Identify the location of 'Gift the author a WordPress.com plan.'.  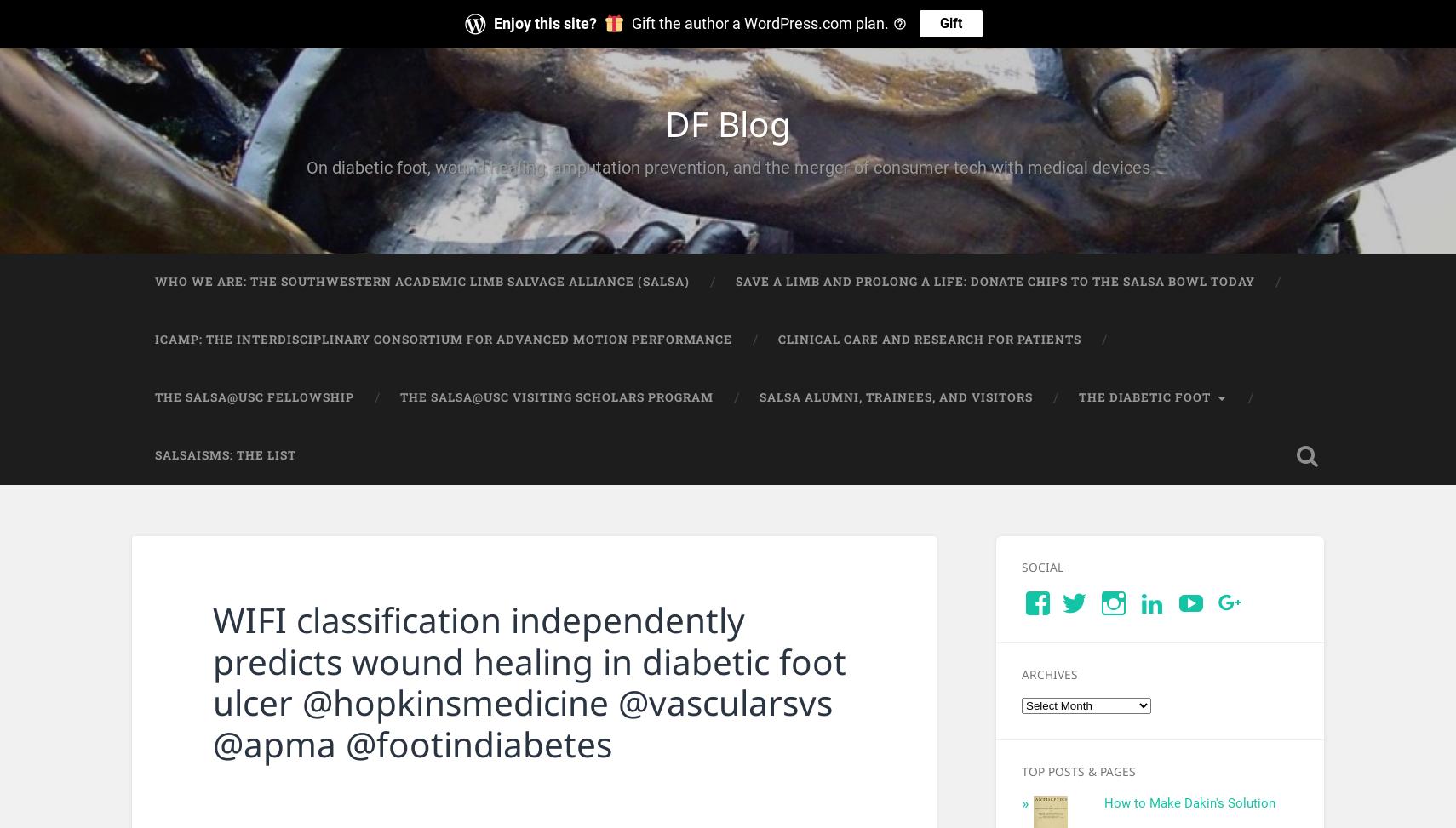
(631, 22).